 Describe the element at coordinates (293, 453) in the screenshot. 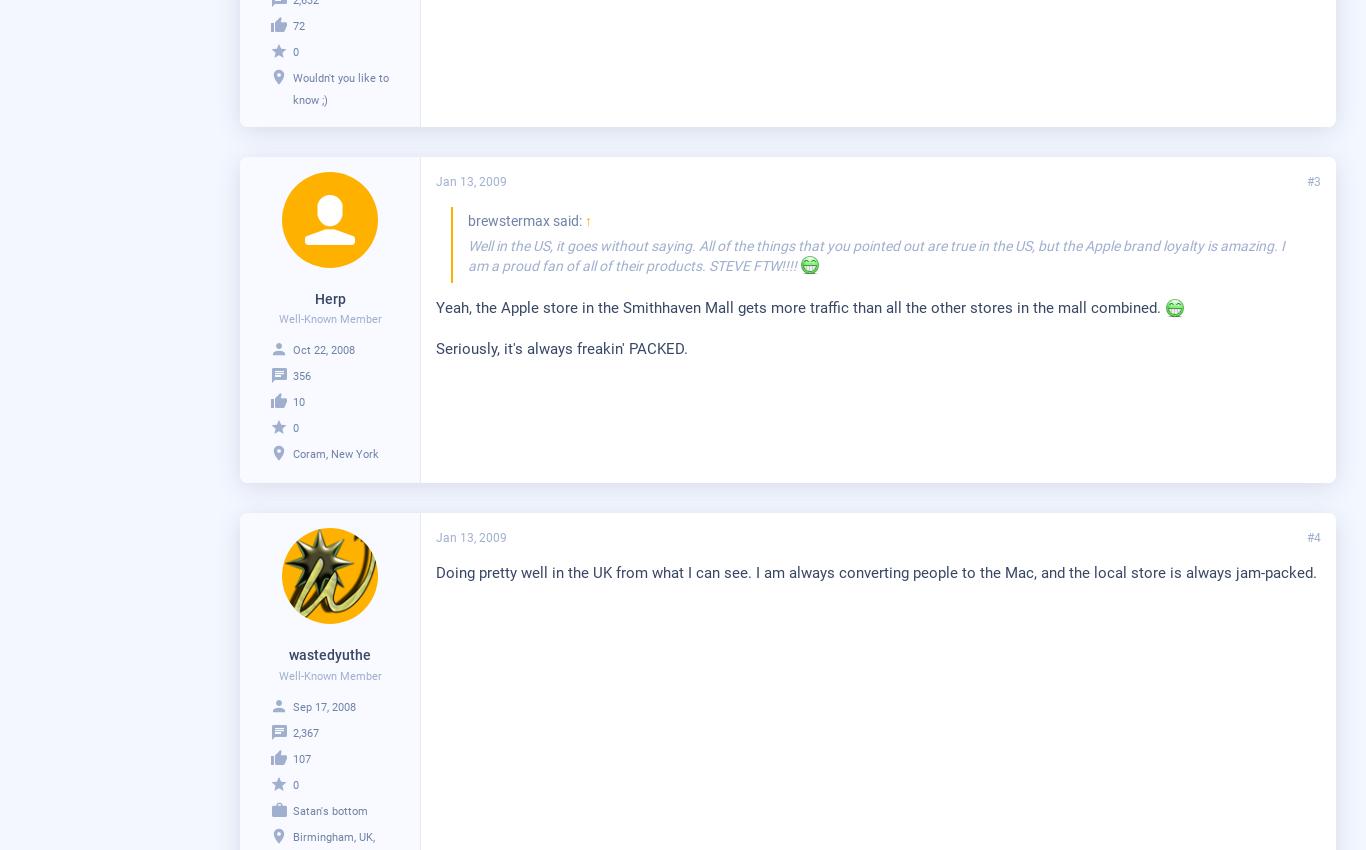

I see `'Coram, New York'` at that location.